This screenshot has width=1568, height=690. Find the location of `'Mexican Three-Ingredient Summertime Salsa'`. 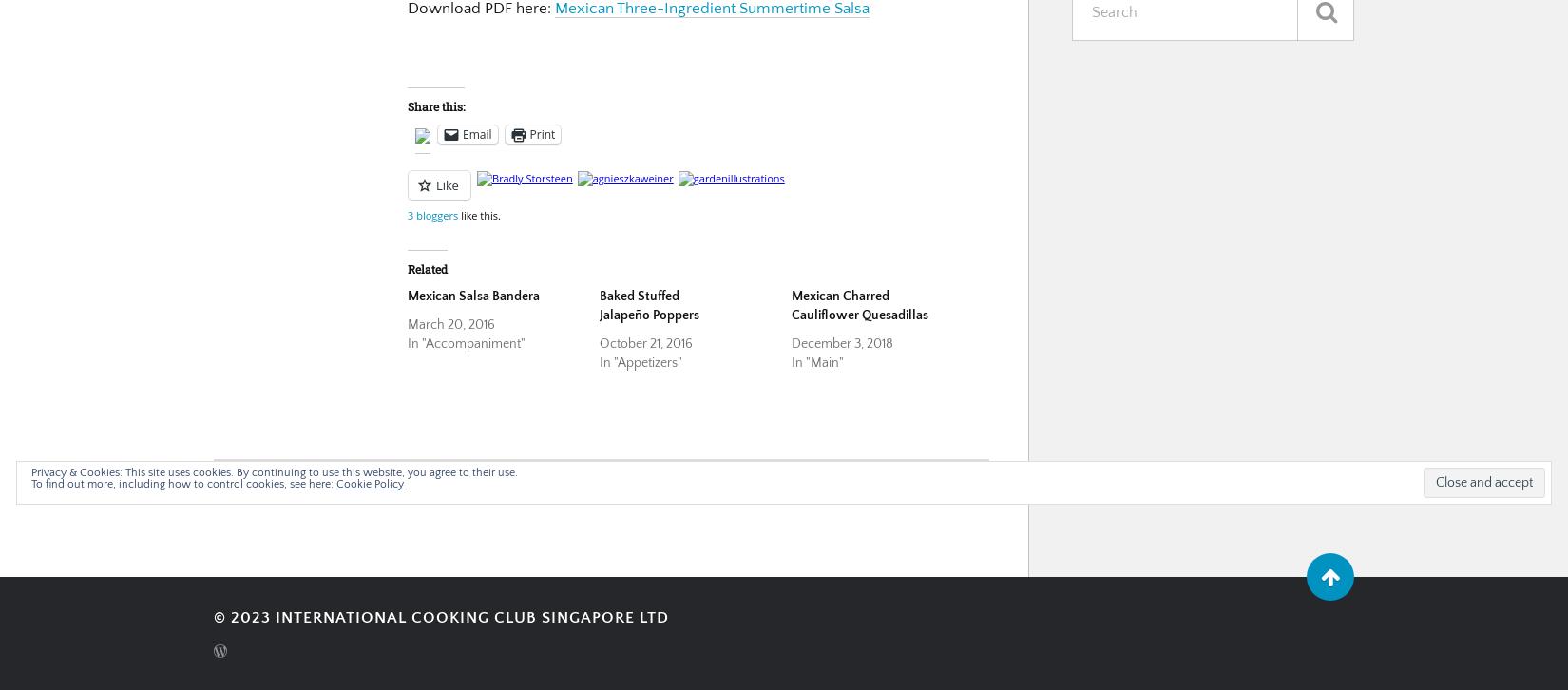

'Mexican Three-Ingredient Summertime Salsa' is located at coordinates (553, 9).